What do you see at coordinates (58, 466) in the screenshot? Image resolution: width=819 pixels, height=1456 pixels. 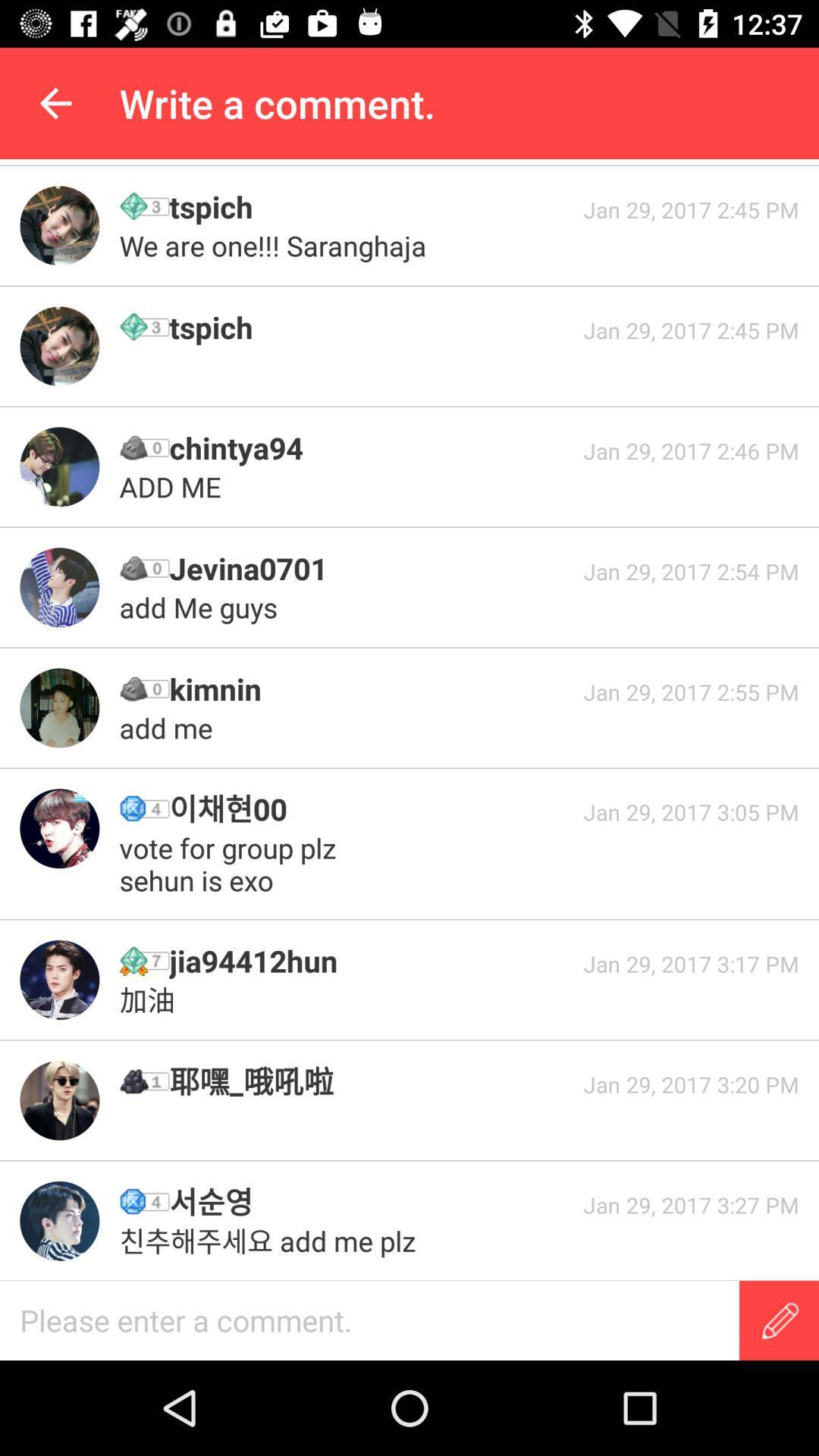 I see `open profile` at bounding box center [58, 466].